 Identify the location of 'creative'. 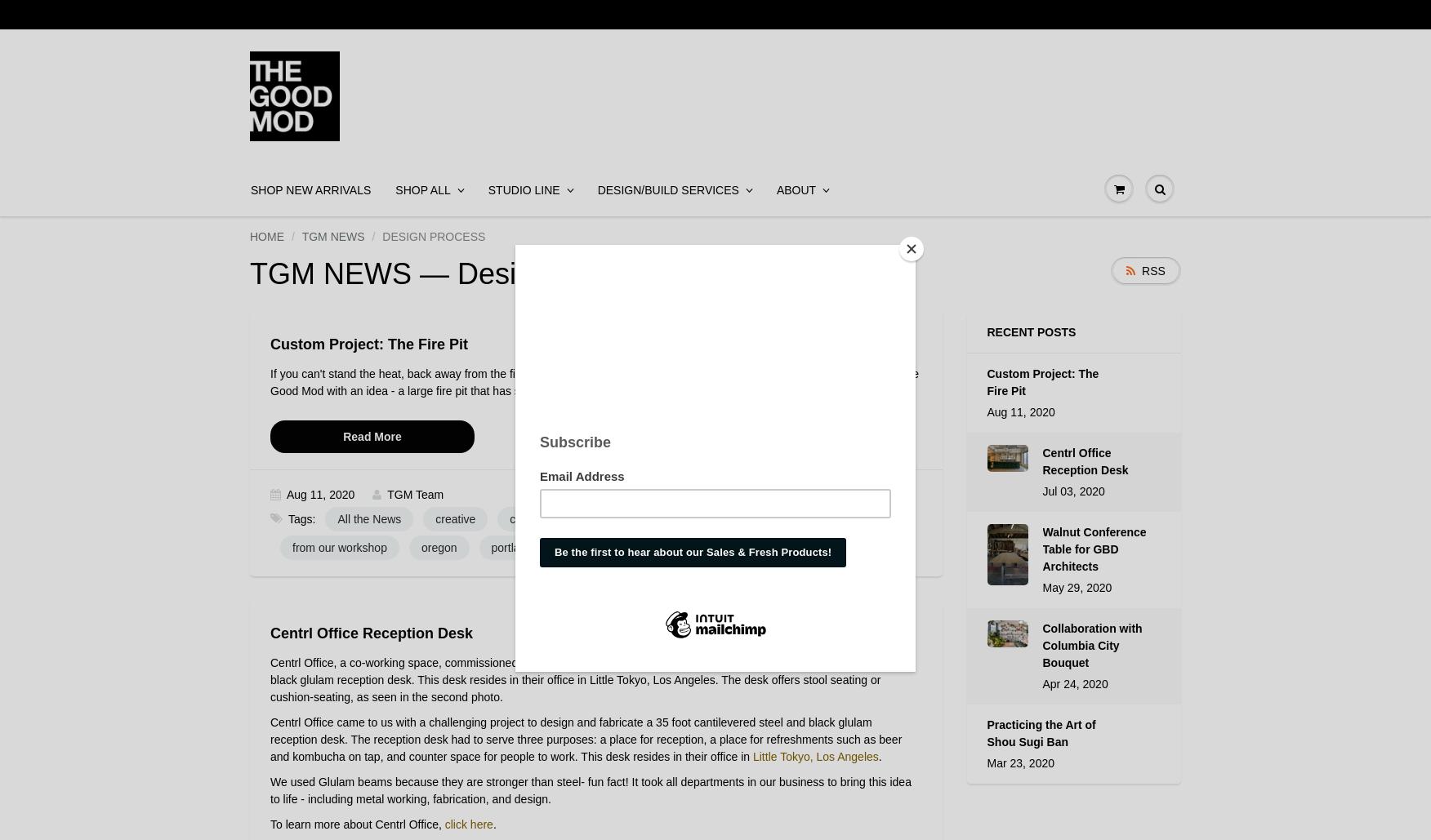
(454, 519).